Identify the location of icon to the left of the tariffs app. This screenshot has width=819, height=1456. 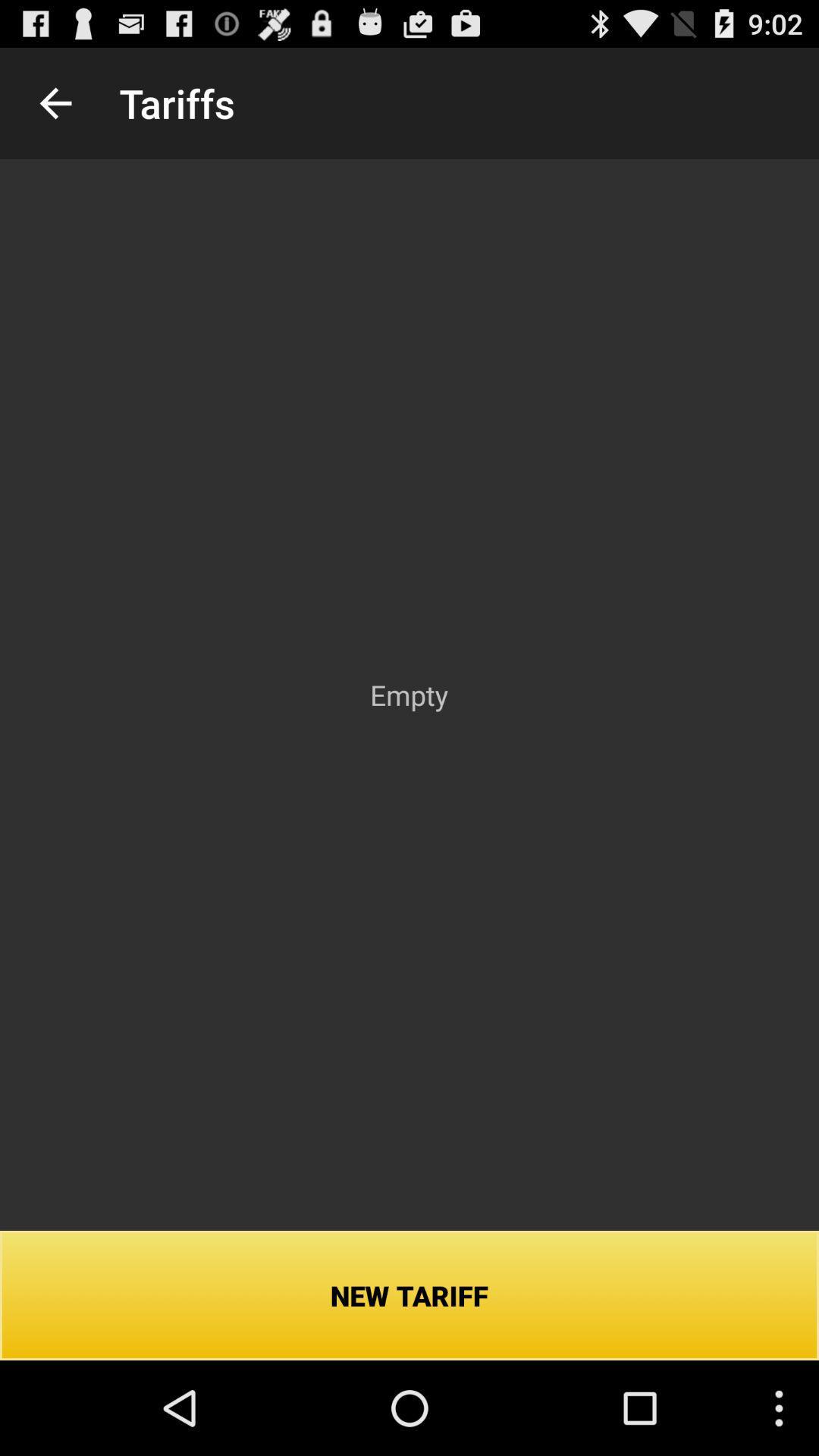
(55, 102).